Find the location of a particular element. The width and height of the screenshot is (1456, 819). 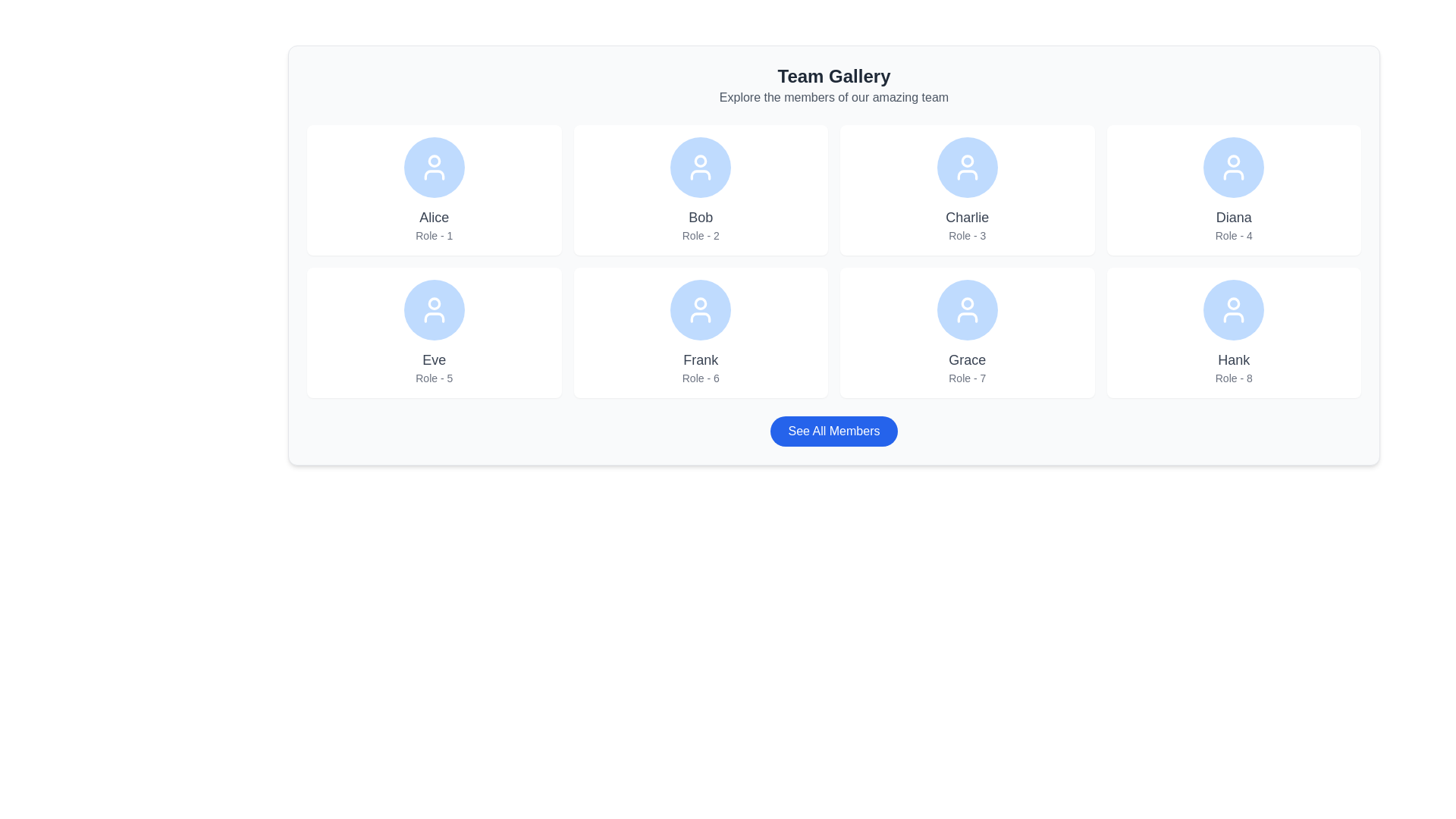

the text label displaying 'Role - 6' for the individual 'Frank', which is positioned below 'Frank' and centered within his card is located at coordinates (700, 377).